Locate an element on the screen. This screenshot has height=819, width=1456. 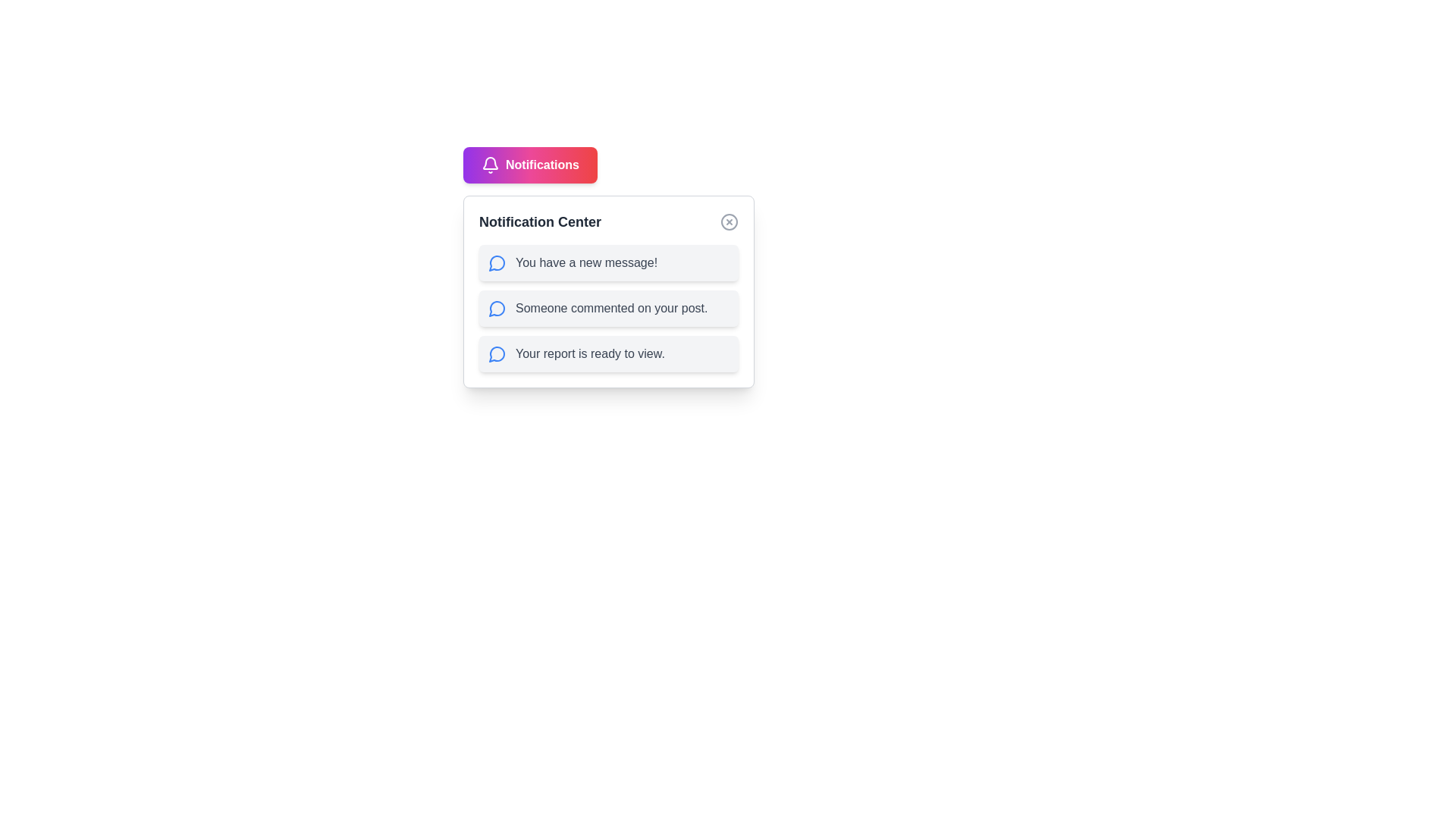
text displaying 'Someone commented on your post.' located in the second notification card of the 'Notification Center' panel, styled with the class 'text-gray-700' is located at coordinates (611, 308).